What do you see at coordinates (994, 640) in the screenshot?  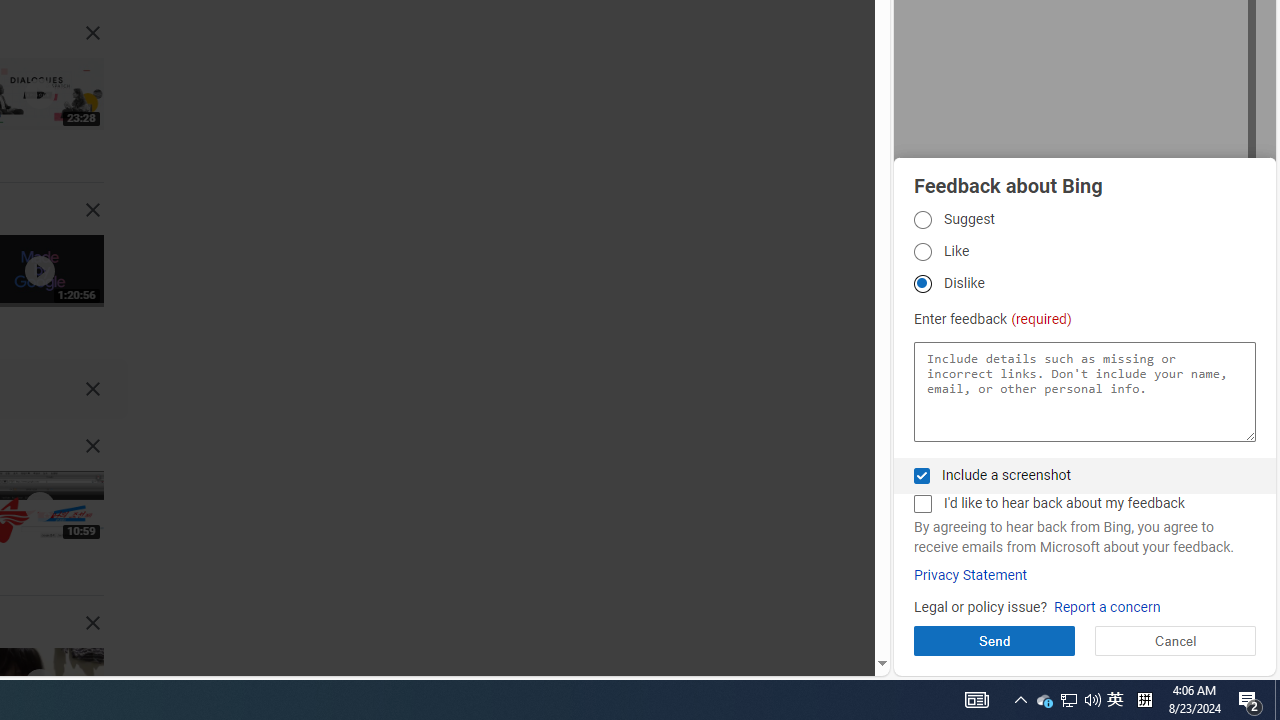 I see `'Send'` at bounding box center [994, 640].